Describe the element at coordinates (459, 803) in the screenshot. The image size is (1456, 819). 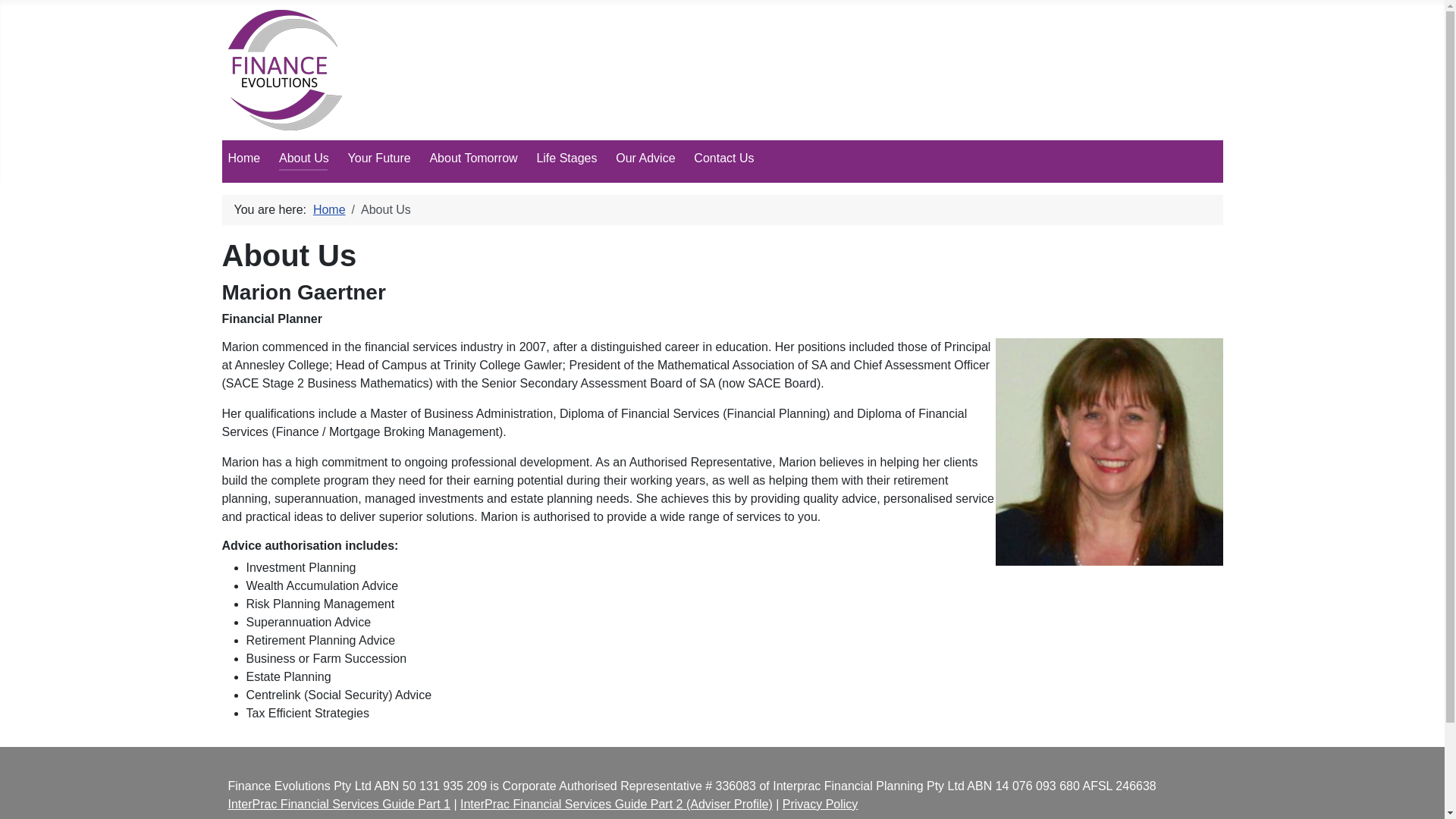
I see `'InterPrac Financial Services Guide Part 2 (Adviser Profile)'` at that location.